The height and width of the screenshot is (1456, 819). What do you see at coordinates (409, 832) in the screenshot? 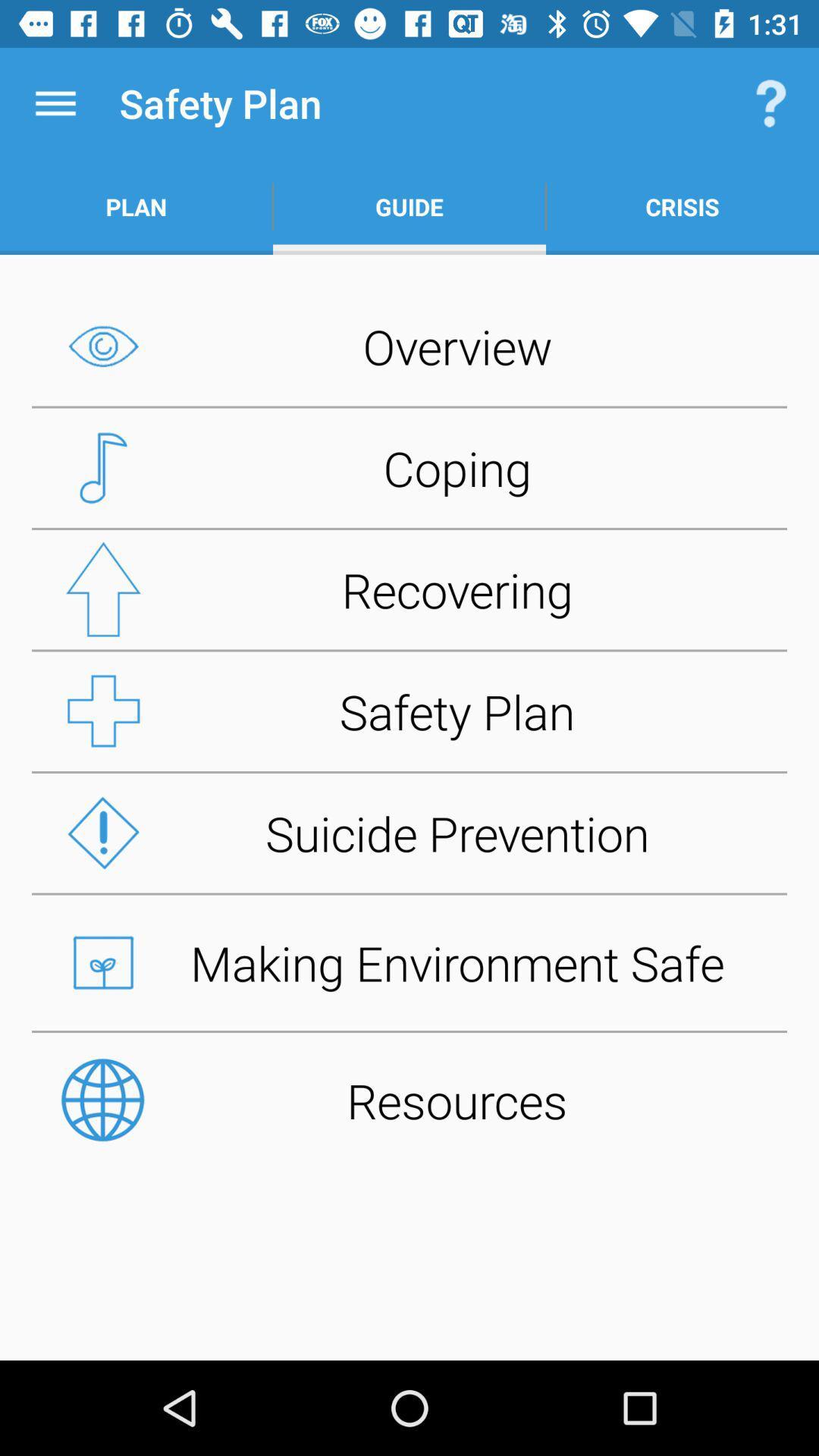
I see `suicide prevention` at bounding box center [409, 832].